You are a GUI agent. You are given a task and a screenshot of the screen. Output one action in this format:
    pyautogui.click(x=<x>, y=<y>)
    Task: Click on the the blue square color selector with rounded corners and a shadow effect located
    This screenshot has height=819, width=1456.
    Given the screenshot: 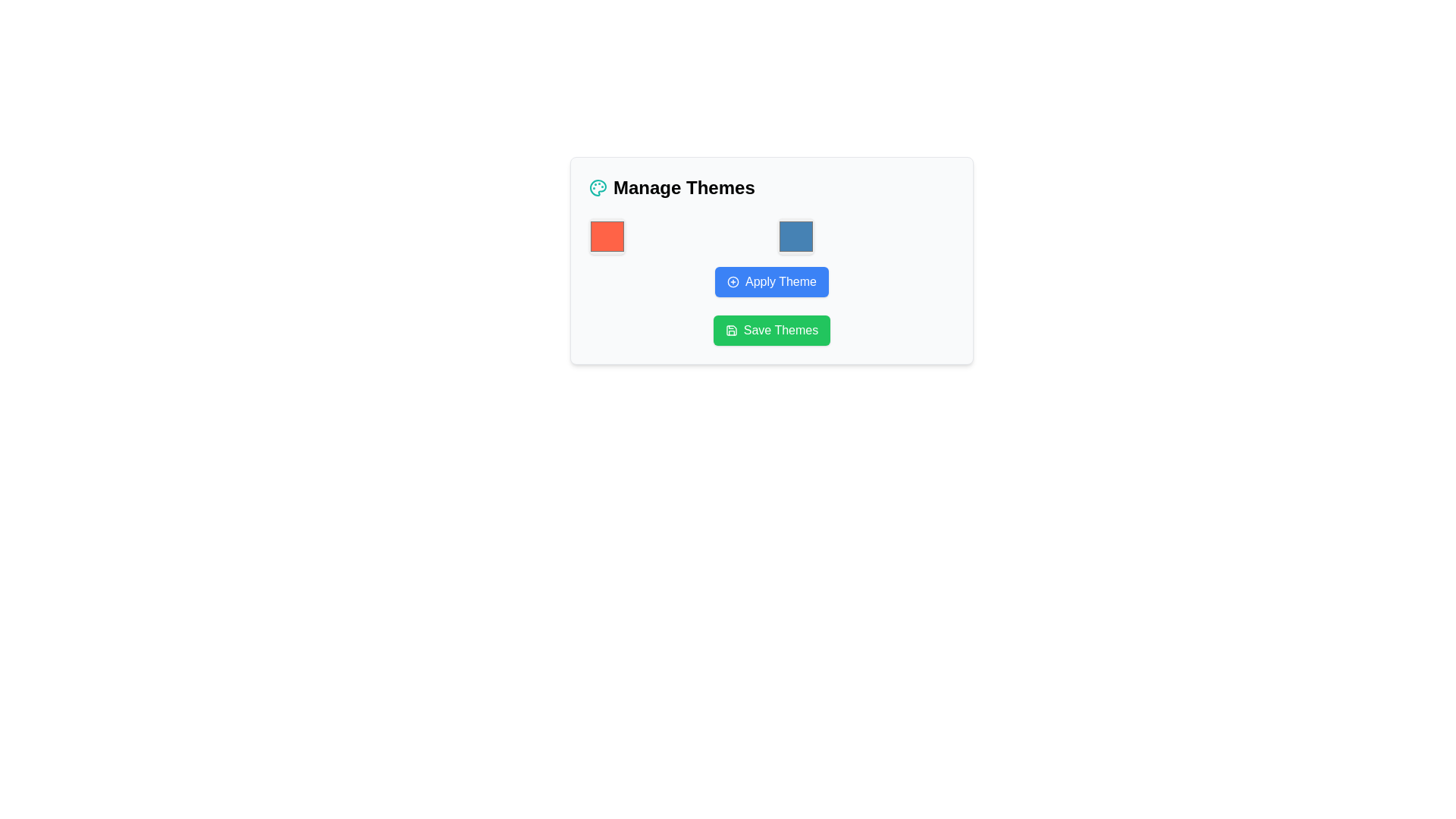 What is the action you would take?
    pyautogui.click(x=795, y=237)
    